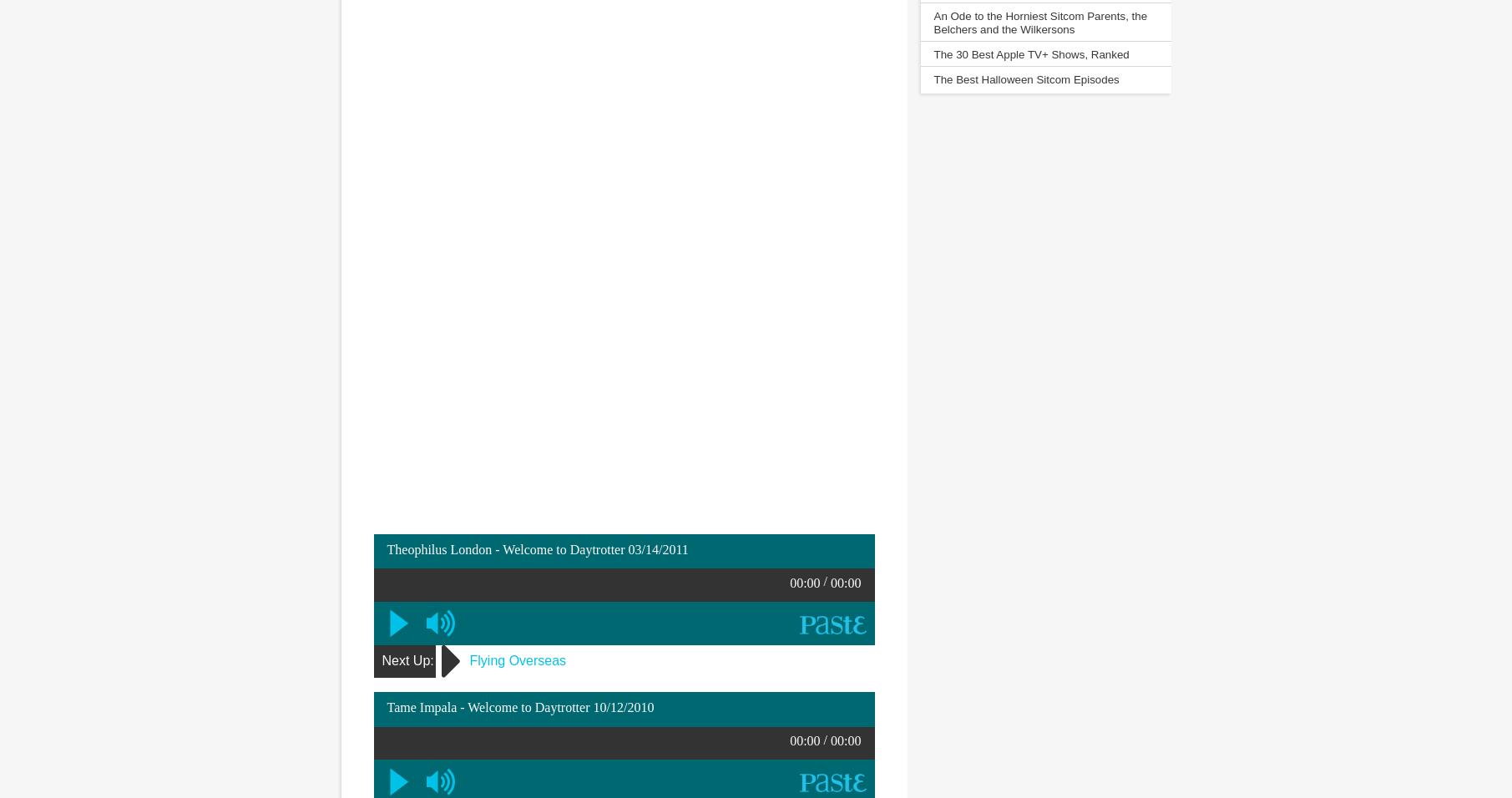 The image size is (1512, 798). I want to click on 'The Best Halloween Sitcom Episodes', so click(1025, 78).